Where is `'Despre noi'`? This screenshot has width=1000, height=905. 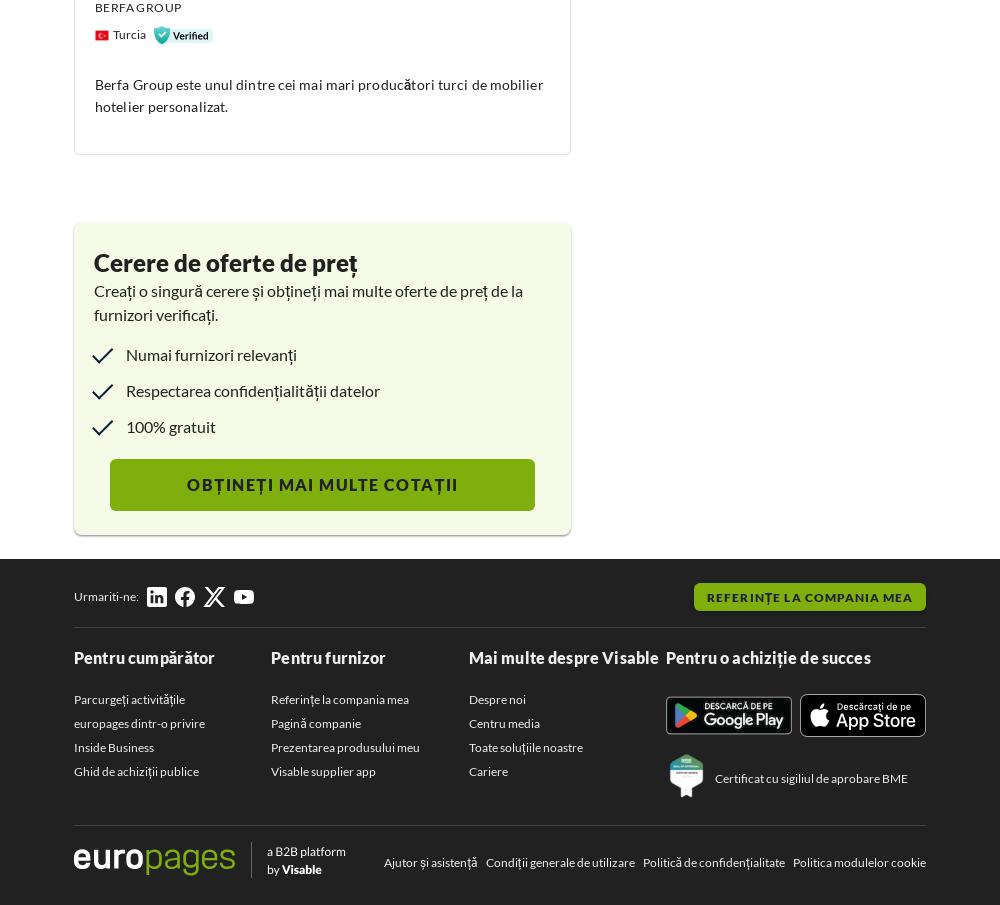 'Despre noi' is located at coordinates (467, 699).